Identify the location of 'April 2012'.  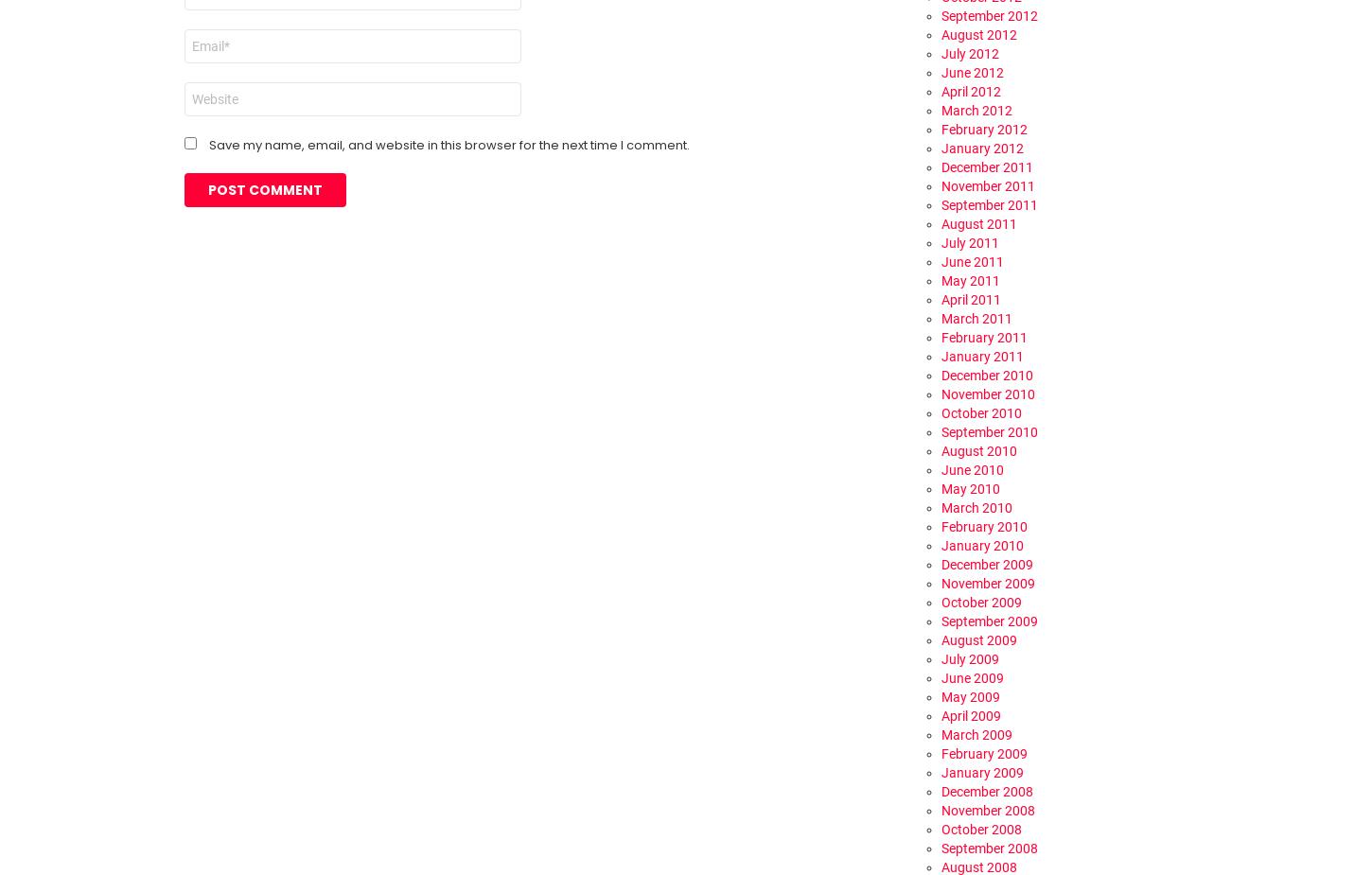
(971, 90).